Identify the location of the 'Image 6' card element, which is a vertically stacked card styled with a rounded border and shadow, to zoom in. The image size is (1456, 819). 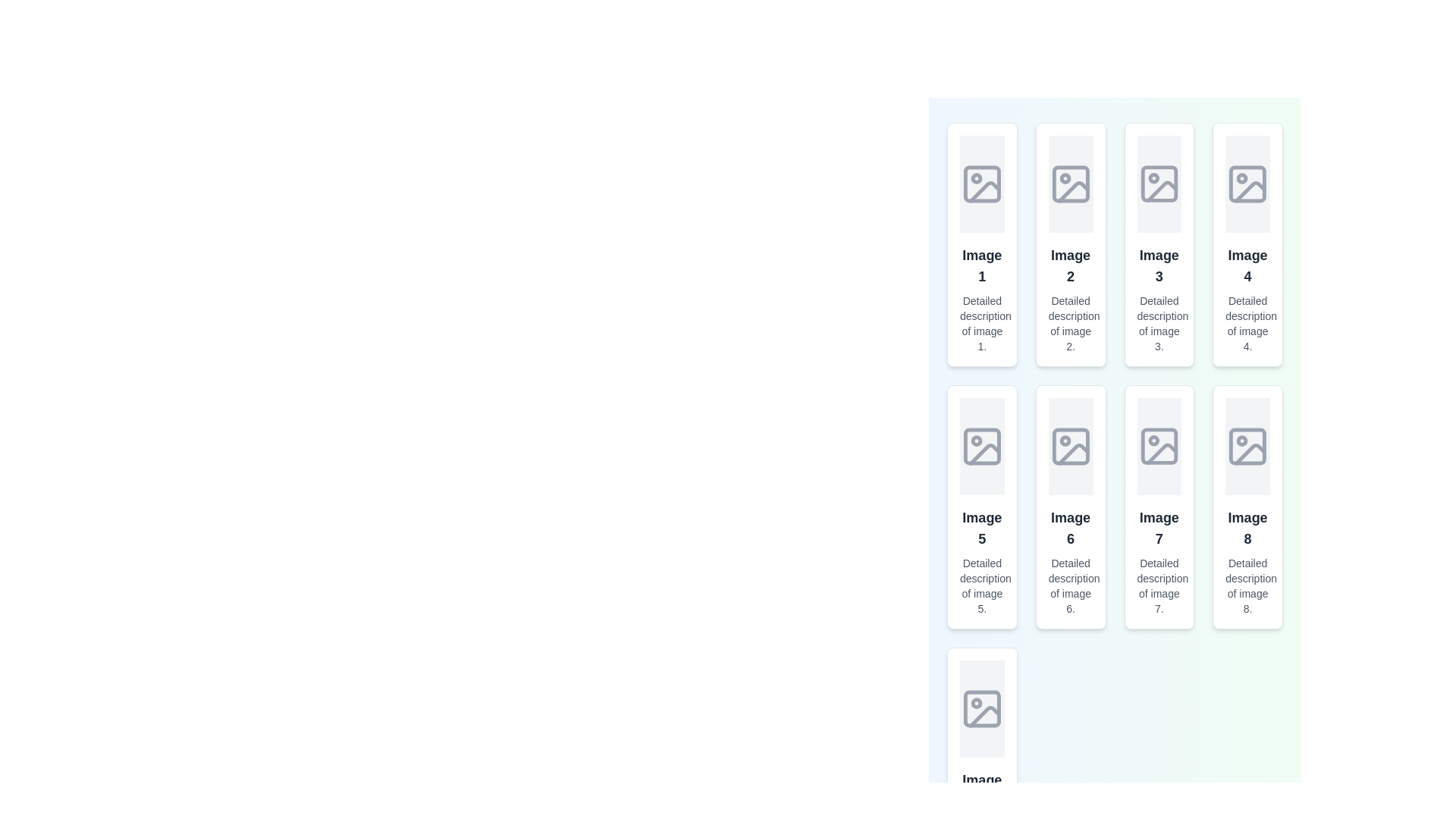
(1070, 507).